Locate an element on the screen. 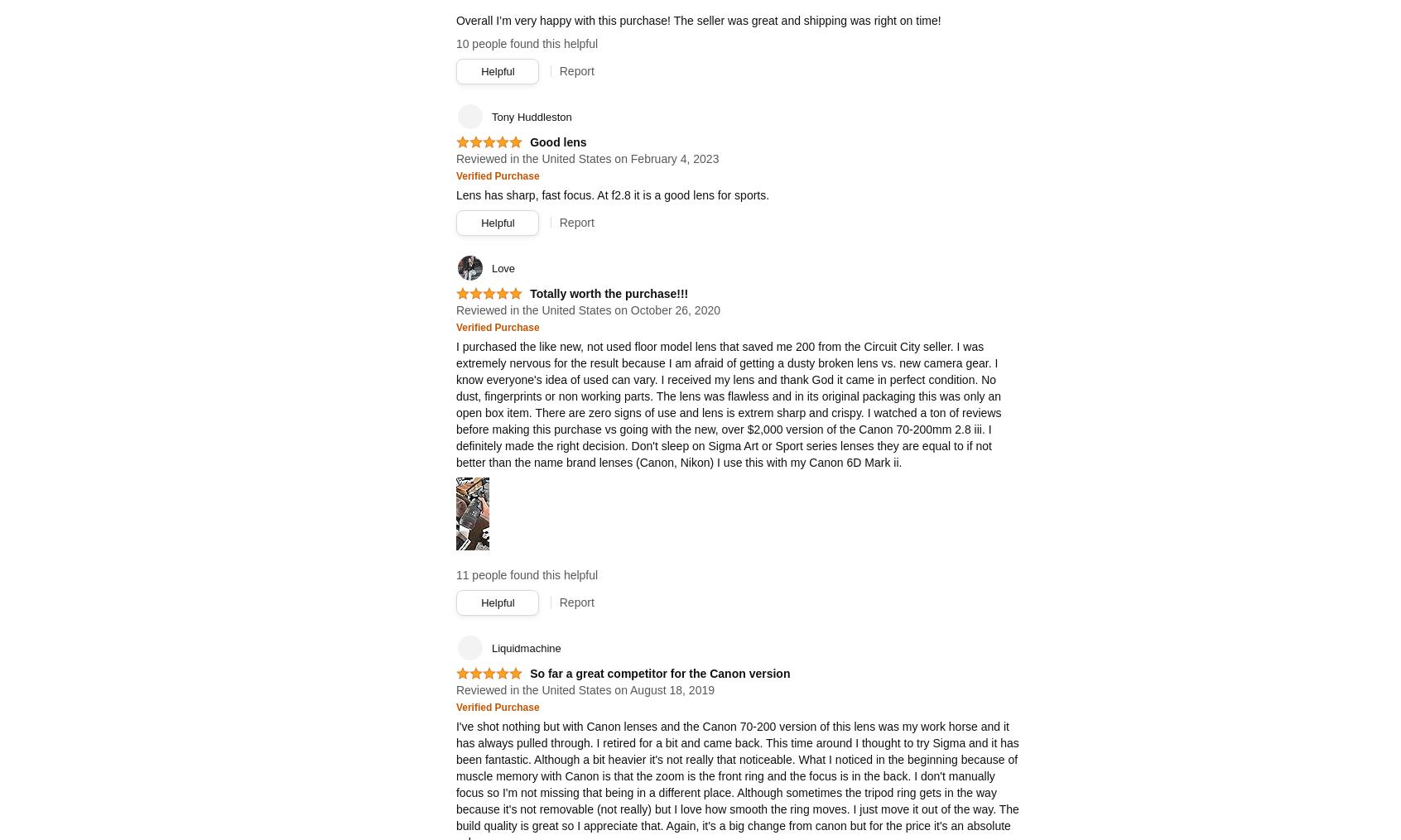  'Love' is located at coordinates (502, 267).